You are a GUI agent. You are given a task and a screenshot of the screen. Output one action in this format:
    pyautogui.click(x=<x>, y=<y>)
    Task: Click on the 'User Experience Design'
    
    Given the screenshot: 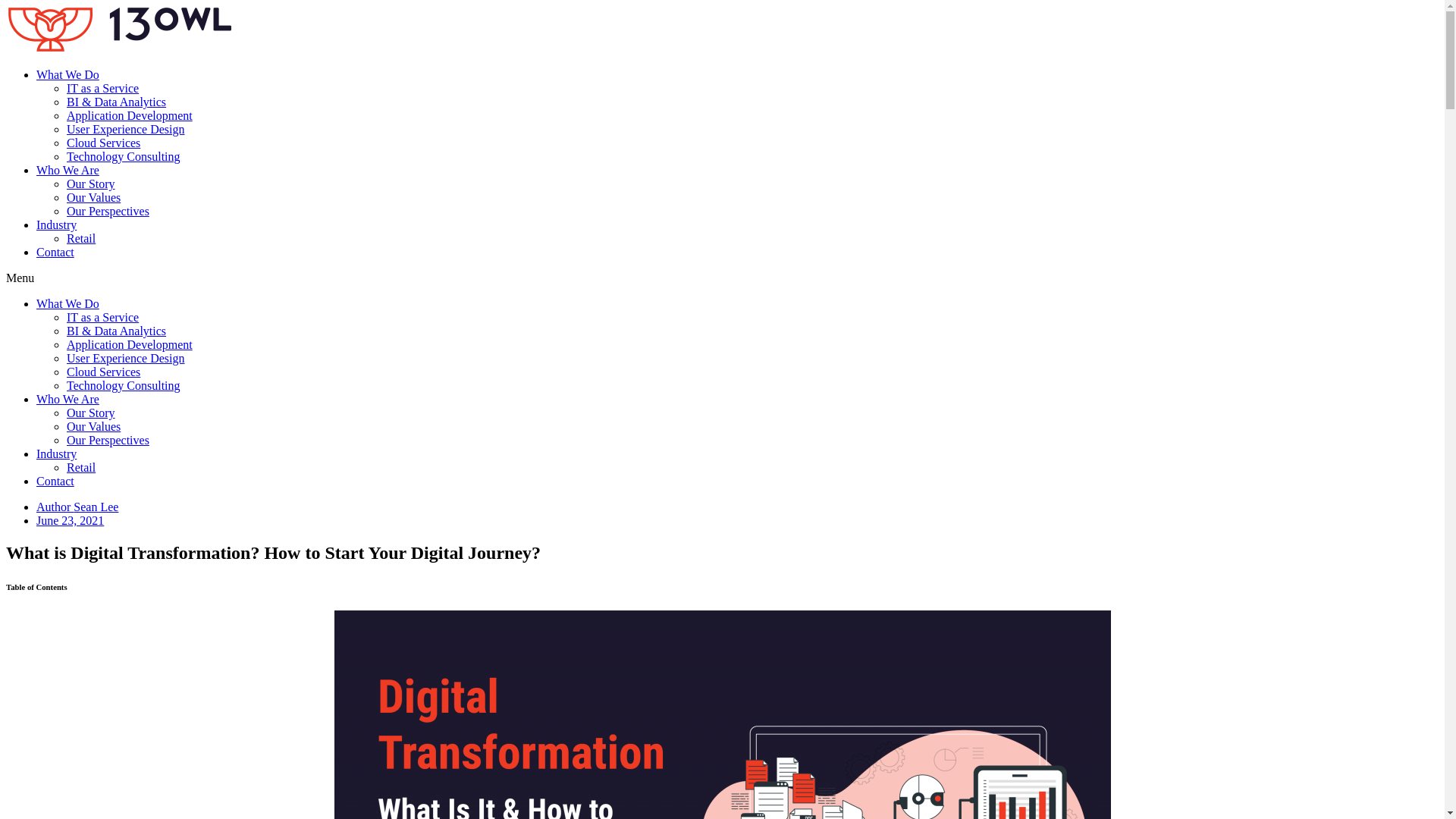 What is the action you would take?
    pyautogui.click(x=65, y=128)
    